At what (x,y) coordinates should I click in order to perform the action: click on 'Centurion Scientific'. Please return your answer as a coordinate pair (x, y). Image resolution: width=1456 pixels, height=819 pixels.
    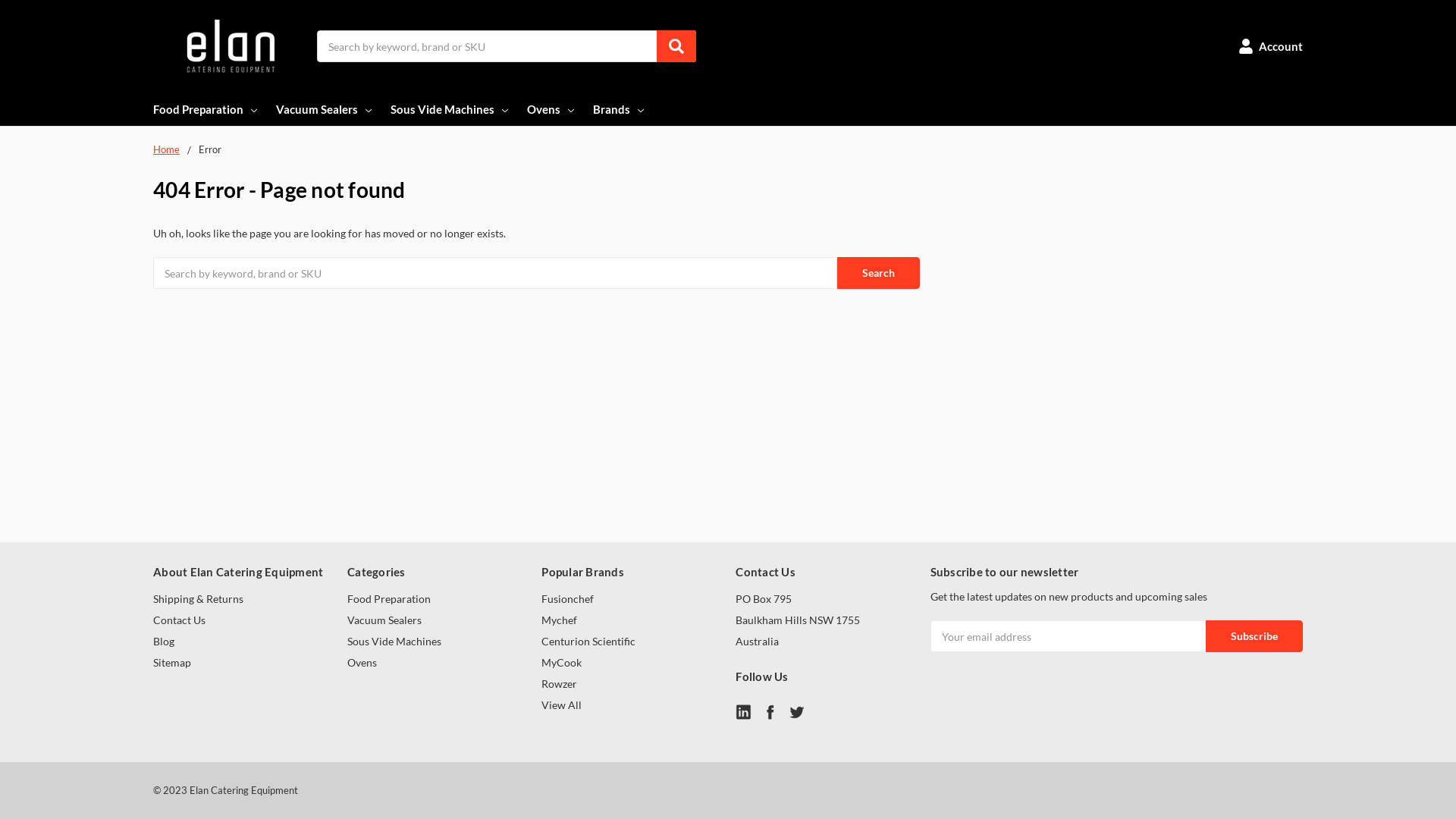
    Looking at the image, I should click on (541, 641).